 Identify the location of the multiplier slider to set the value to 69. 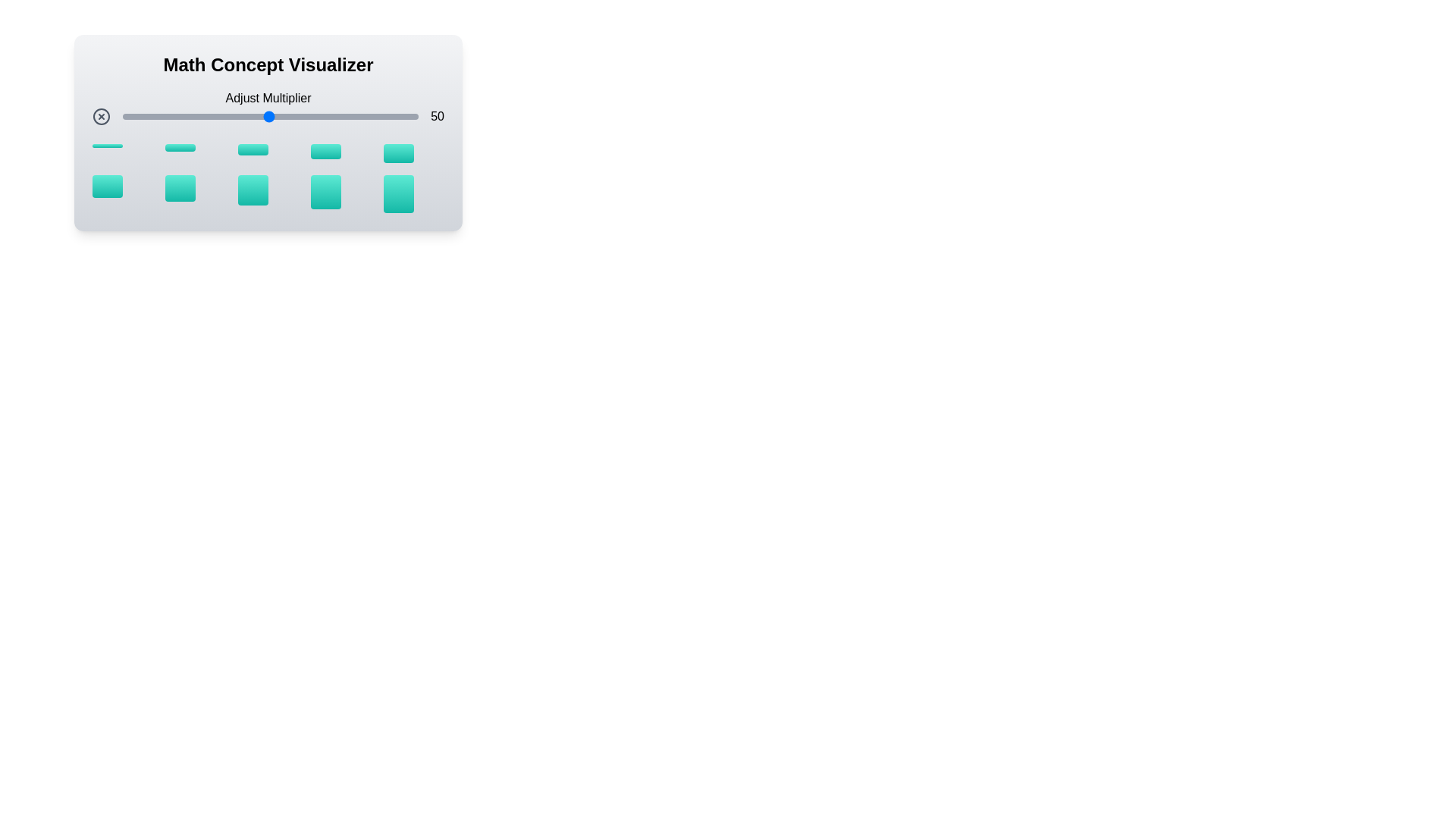
(325, 116).